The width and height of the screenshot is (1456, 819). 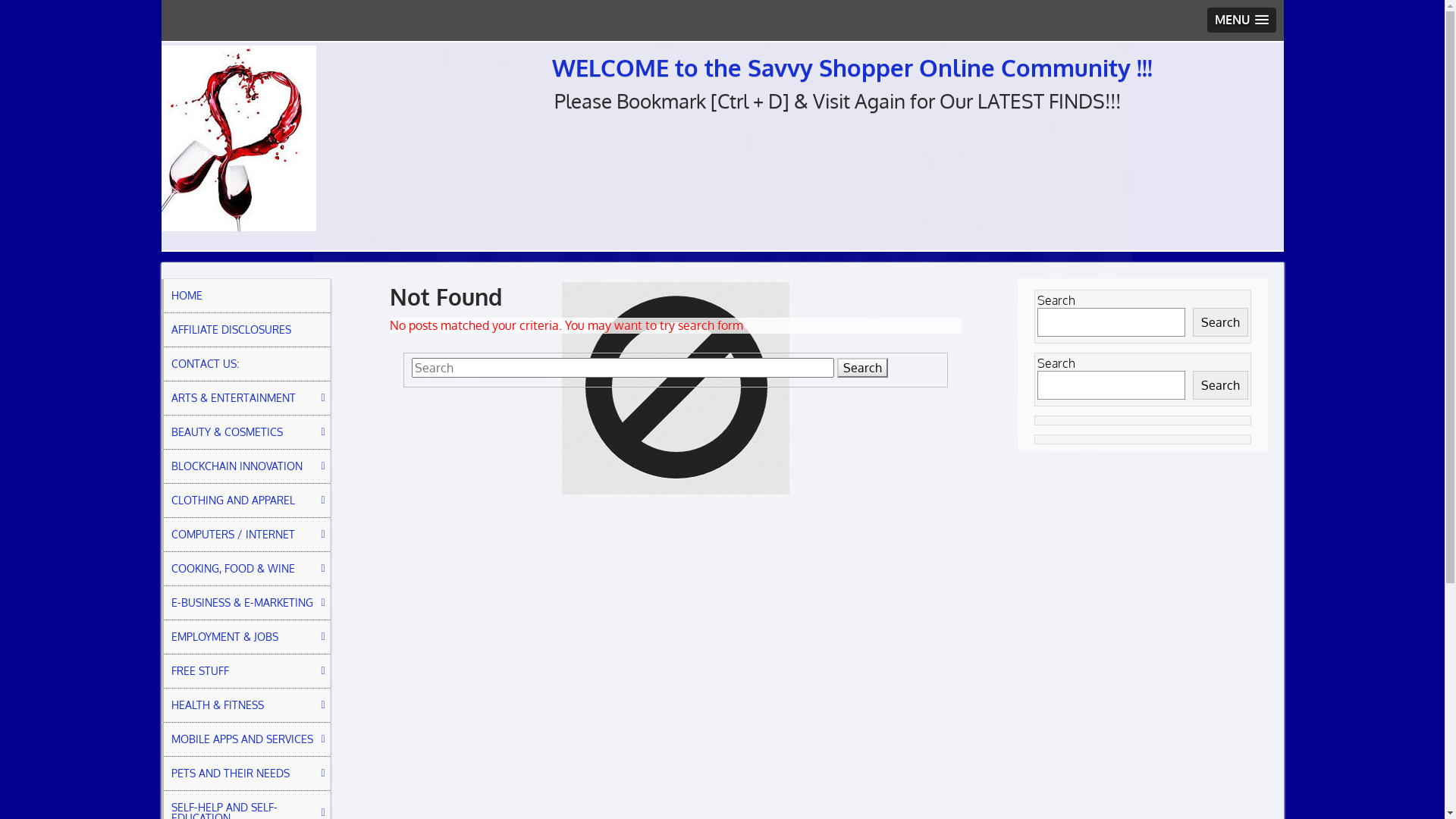 What do you see at coordinates (246, 295) in the screenshot?
I see `'HOME'` at bounding box center [246, 295].